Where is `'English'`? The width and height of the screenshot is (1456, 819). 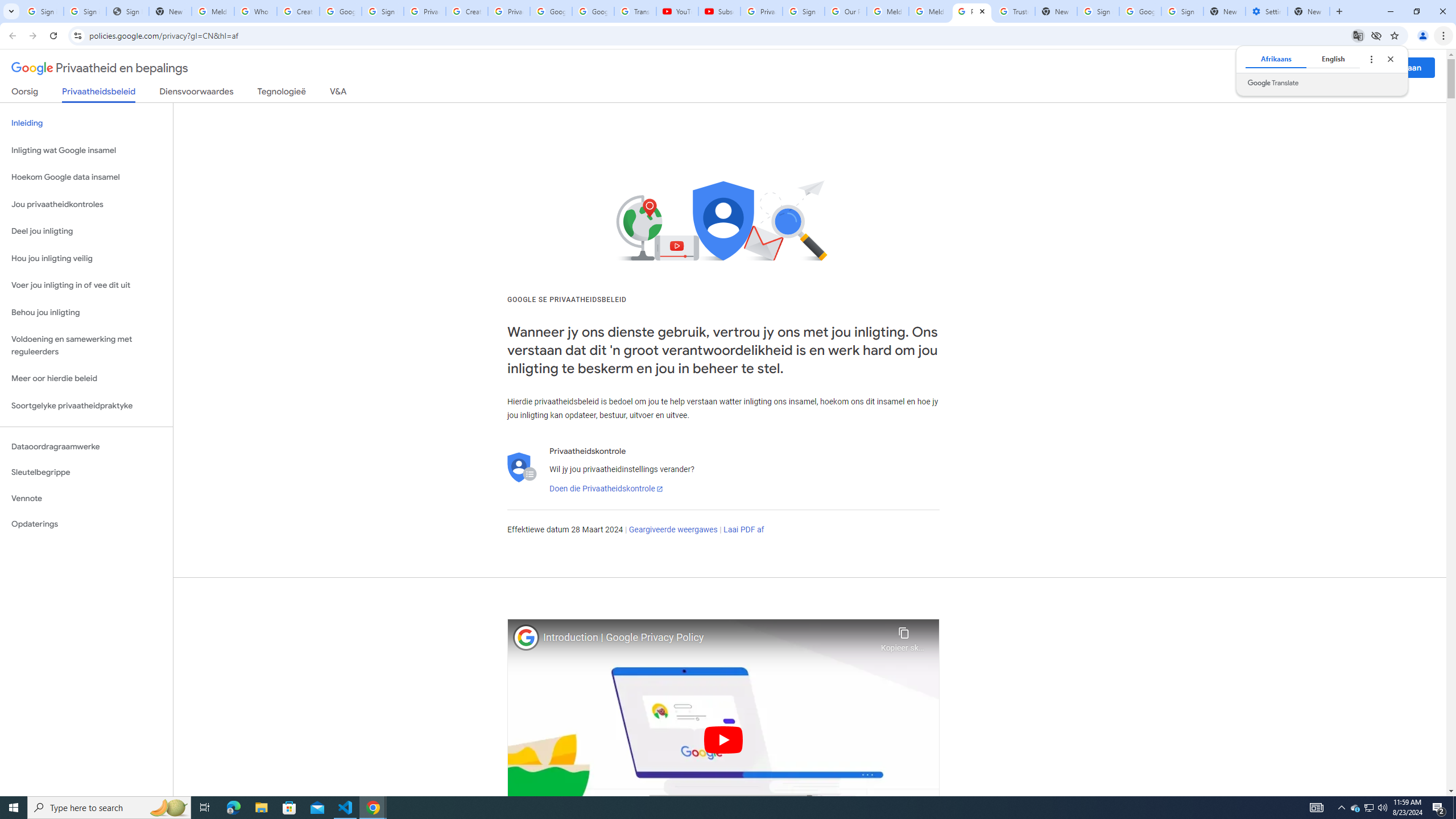
'English' is located at coordinates (1333, 59).